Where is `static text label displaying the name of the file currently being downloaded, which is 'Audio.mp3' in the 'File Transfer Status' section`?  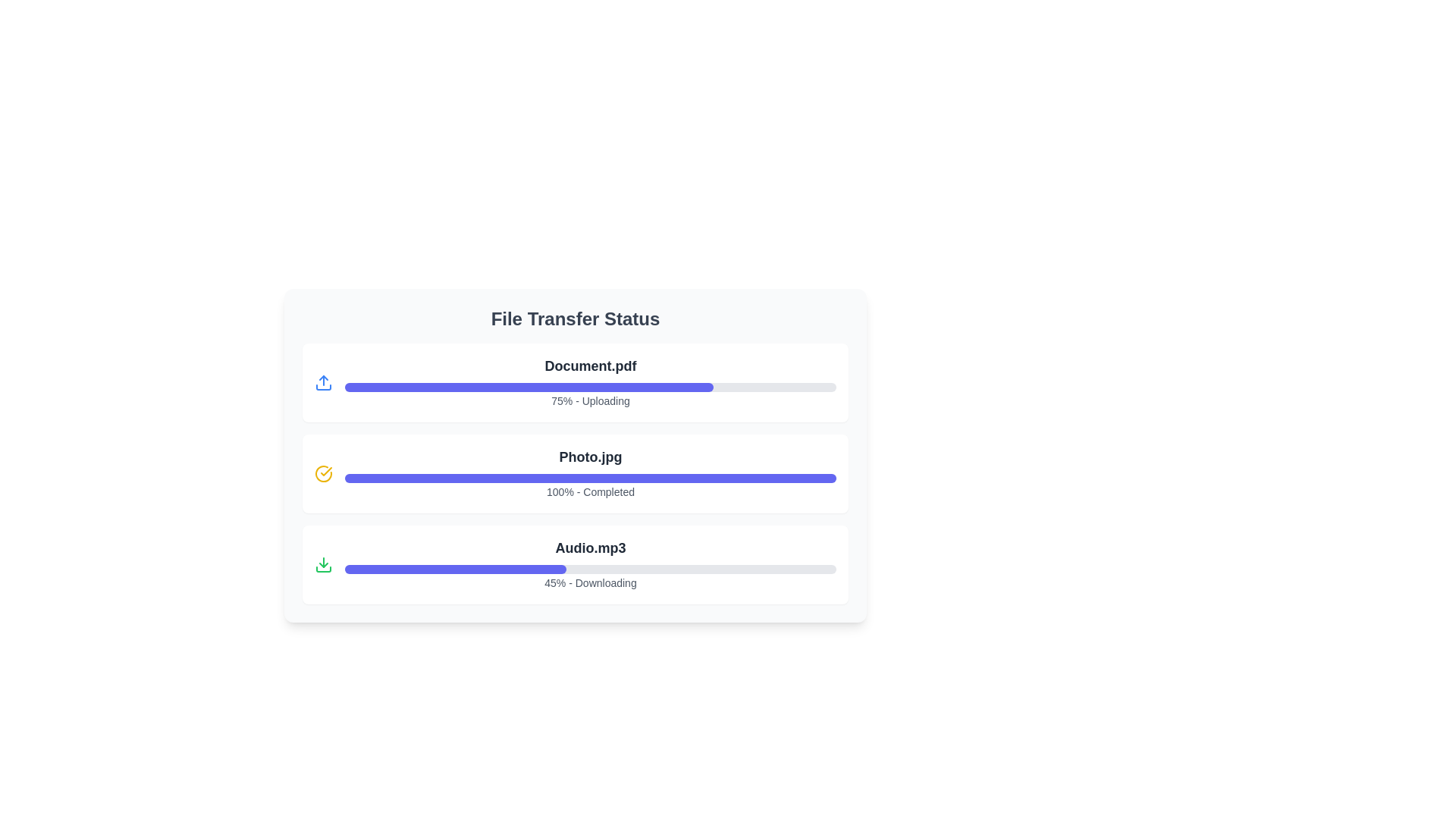
static text label displaying the name of the file currently being downloaded, which is 'Audio.mp3' in the 'File Transfer Status' section is located at coordinates (589, 548).